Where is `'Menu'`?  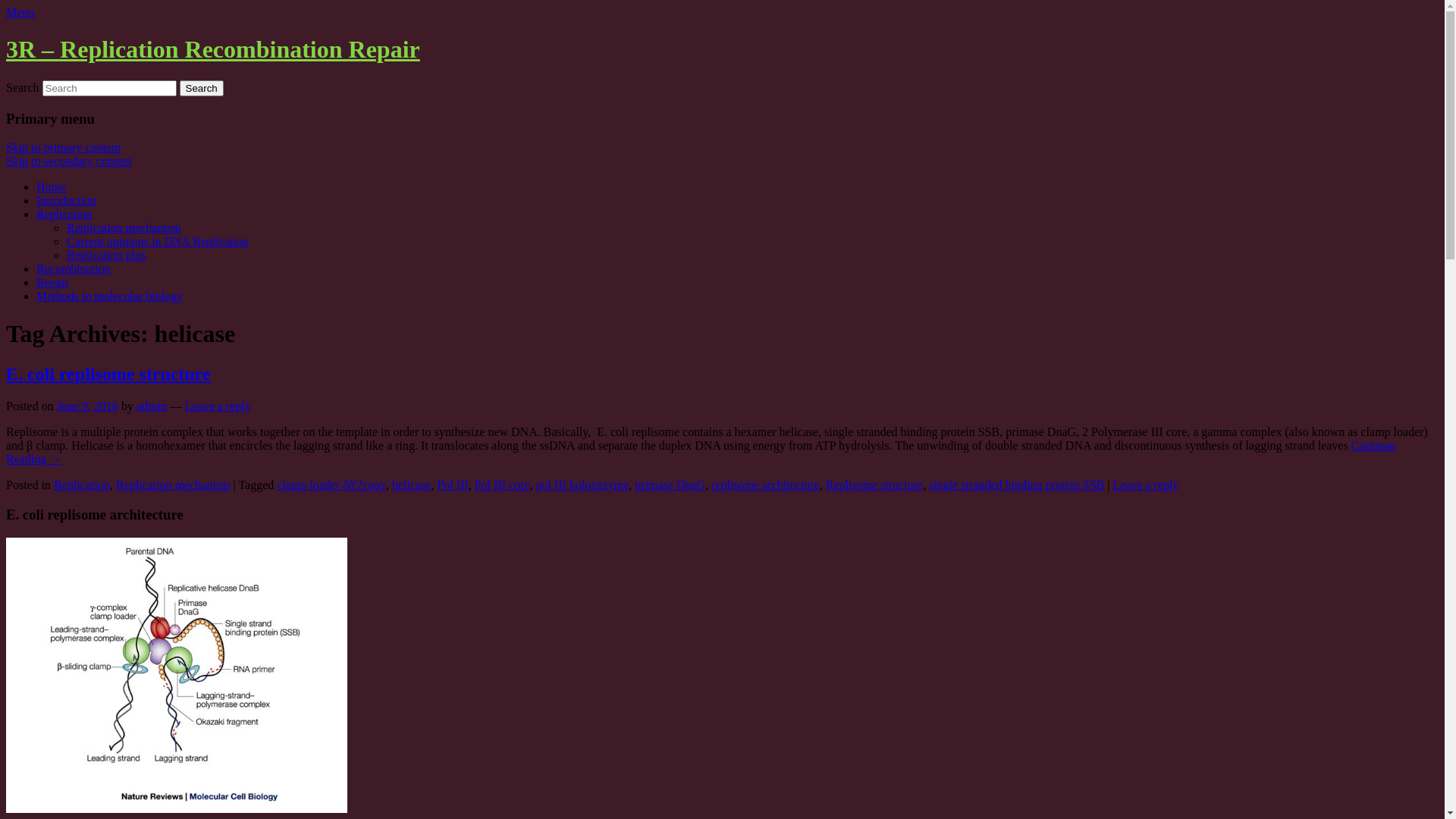
'Menu' is located at coordinates (6, 12).